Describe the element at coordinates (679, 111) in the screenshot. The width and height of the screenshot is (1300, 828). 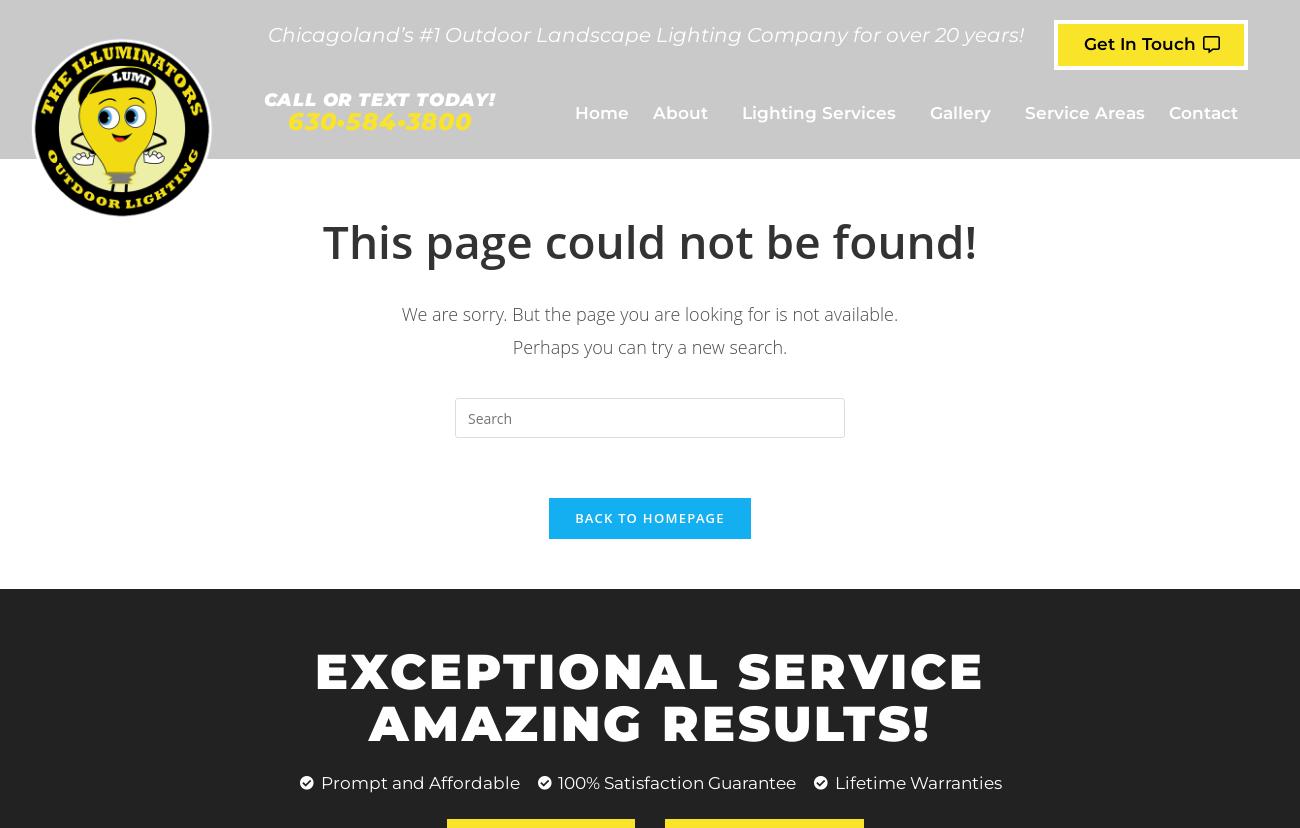
I see `'About'` at that location.